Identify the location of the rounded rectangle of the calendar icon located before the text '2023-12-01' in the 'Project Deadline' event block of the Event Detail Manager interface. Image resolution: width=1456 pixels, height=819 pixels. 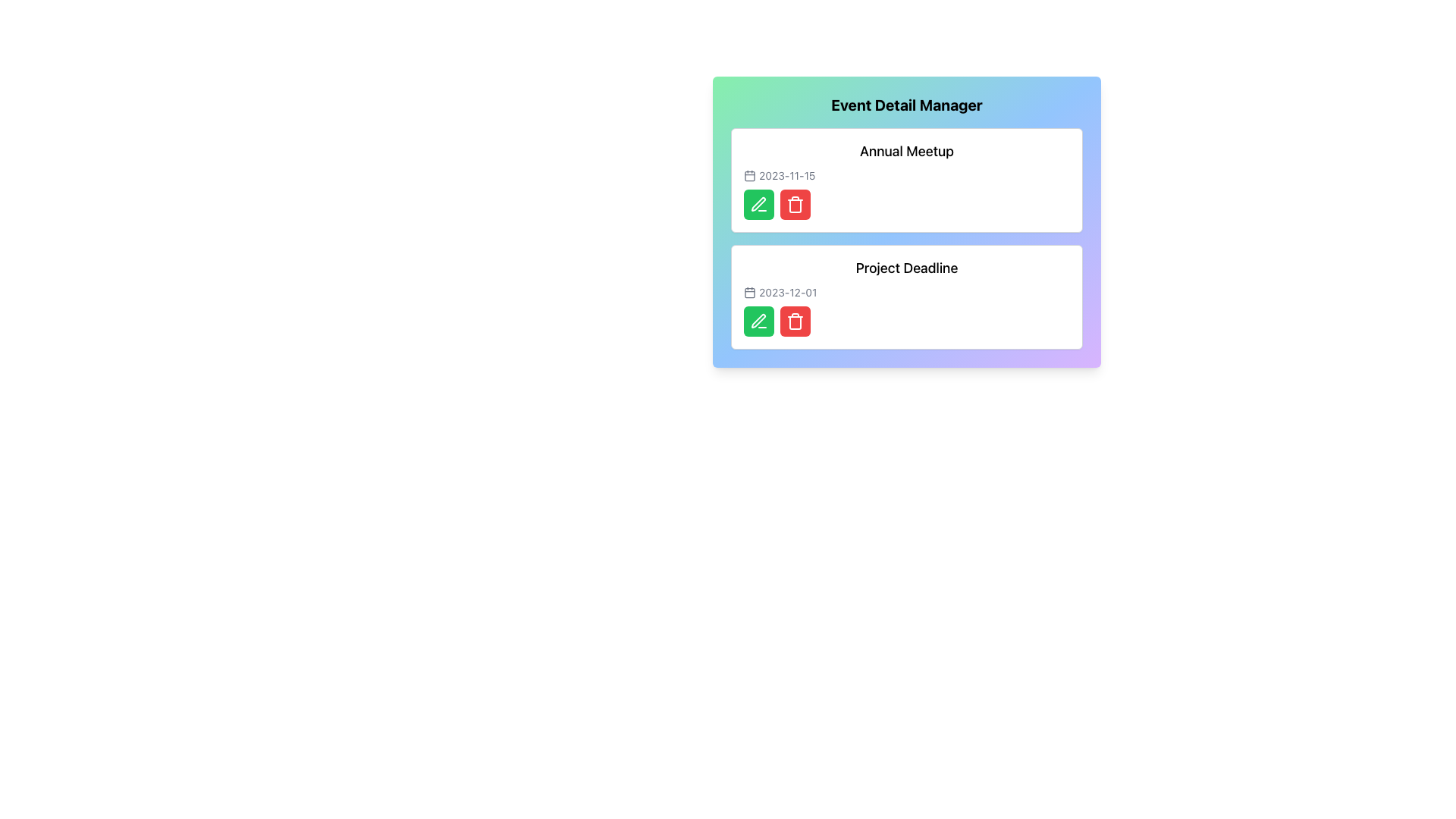
(749, 292).